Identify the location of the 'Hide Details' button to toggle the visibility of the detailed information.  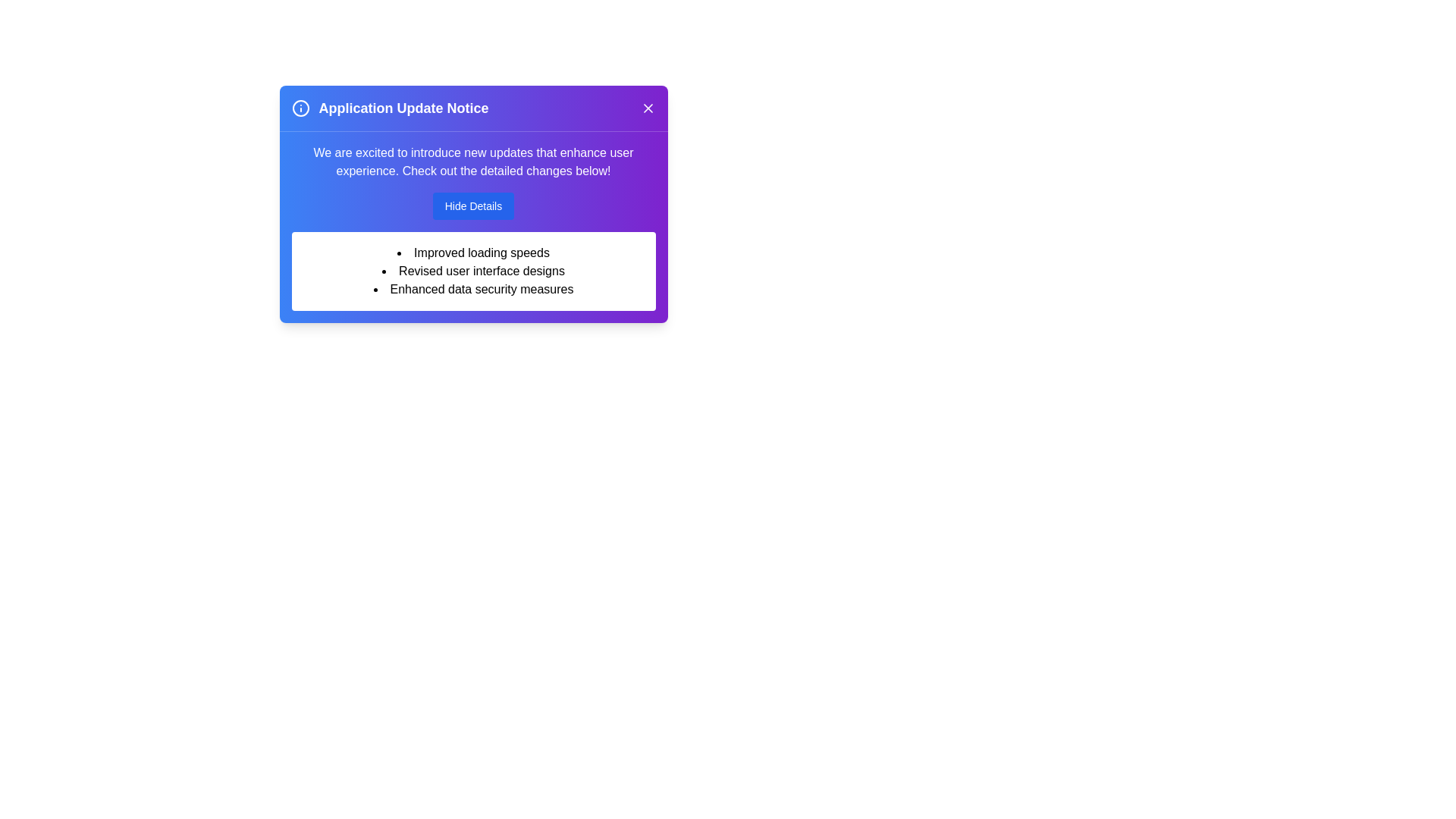
(472, 206).